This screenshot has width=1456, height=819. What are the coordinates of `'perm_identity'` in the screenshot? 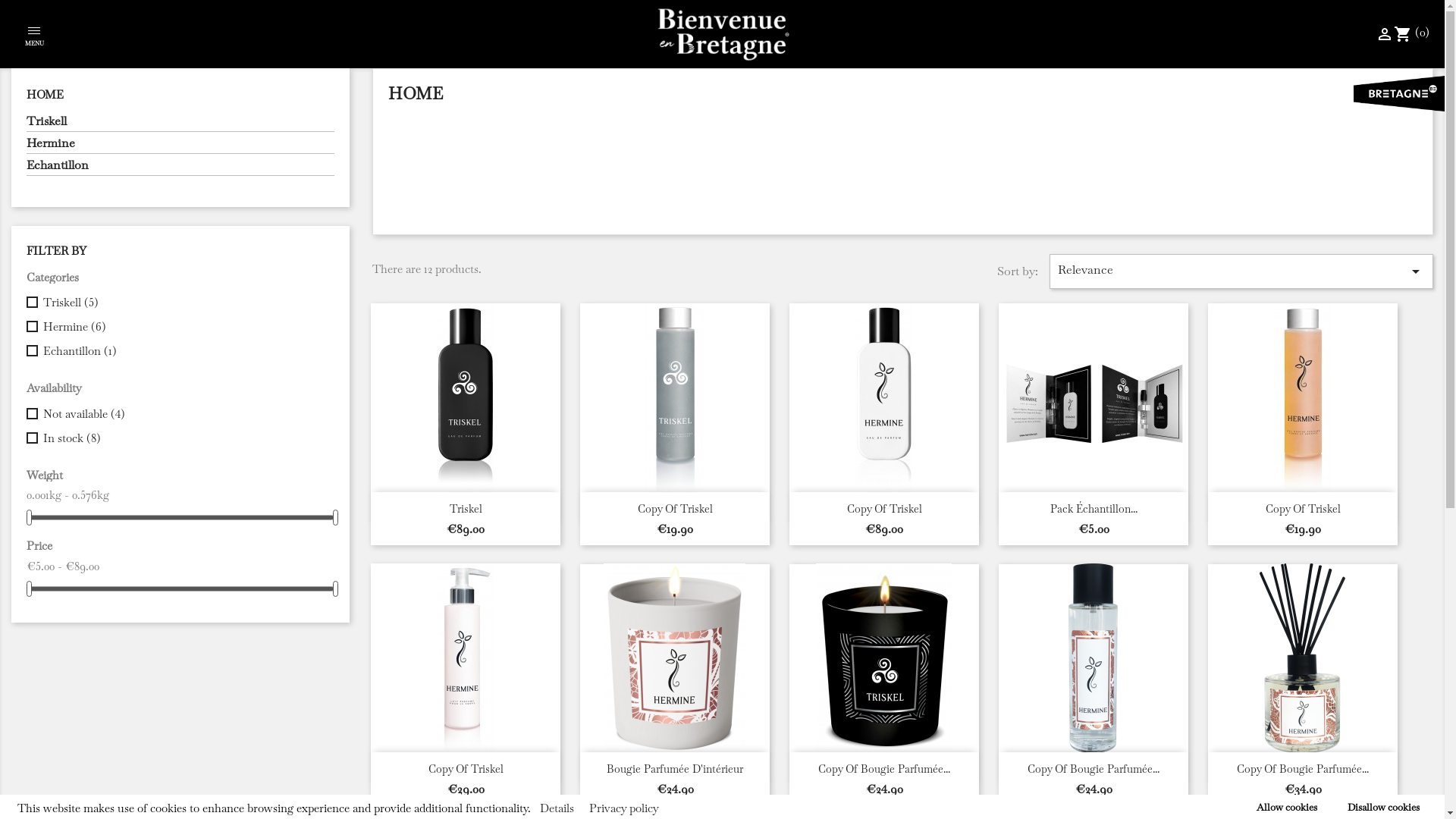 It's located at (1384, 32).